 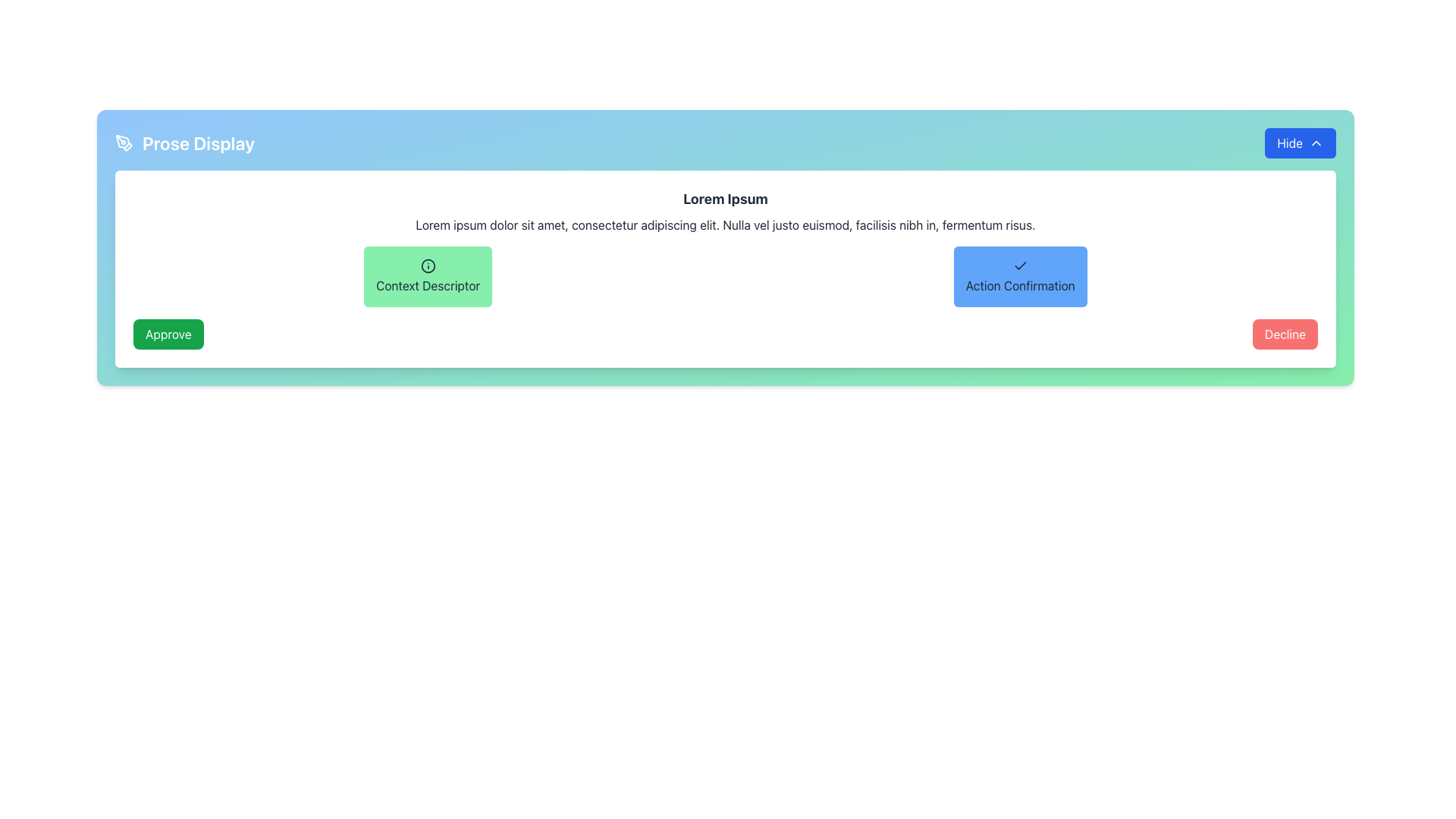 What do you see at coordinates (1316, 143) in the screenshot?
I see `the toggle icon located at the right end of the 'Hide' button in the top-right corner of the interface` at bounding box center [1316, 143].